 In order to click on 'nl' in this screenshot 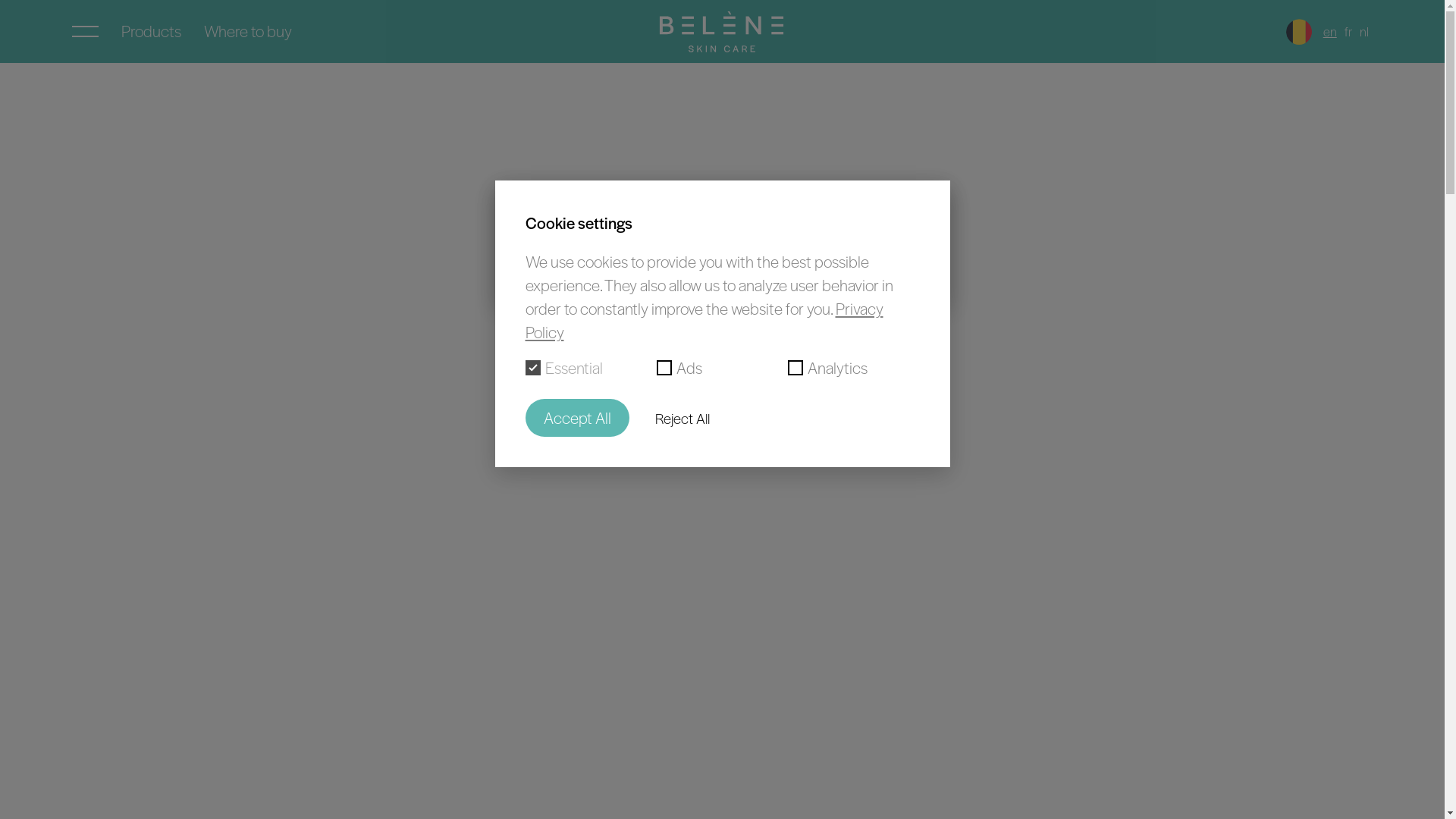, I will do `click(1364, 31)`.